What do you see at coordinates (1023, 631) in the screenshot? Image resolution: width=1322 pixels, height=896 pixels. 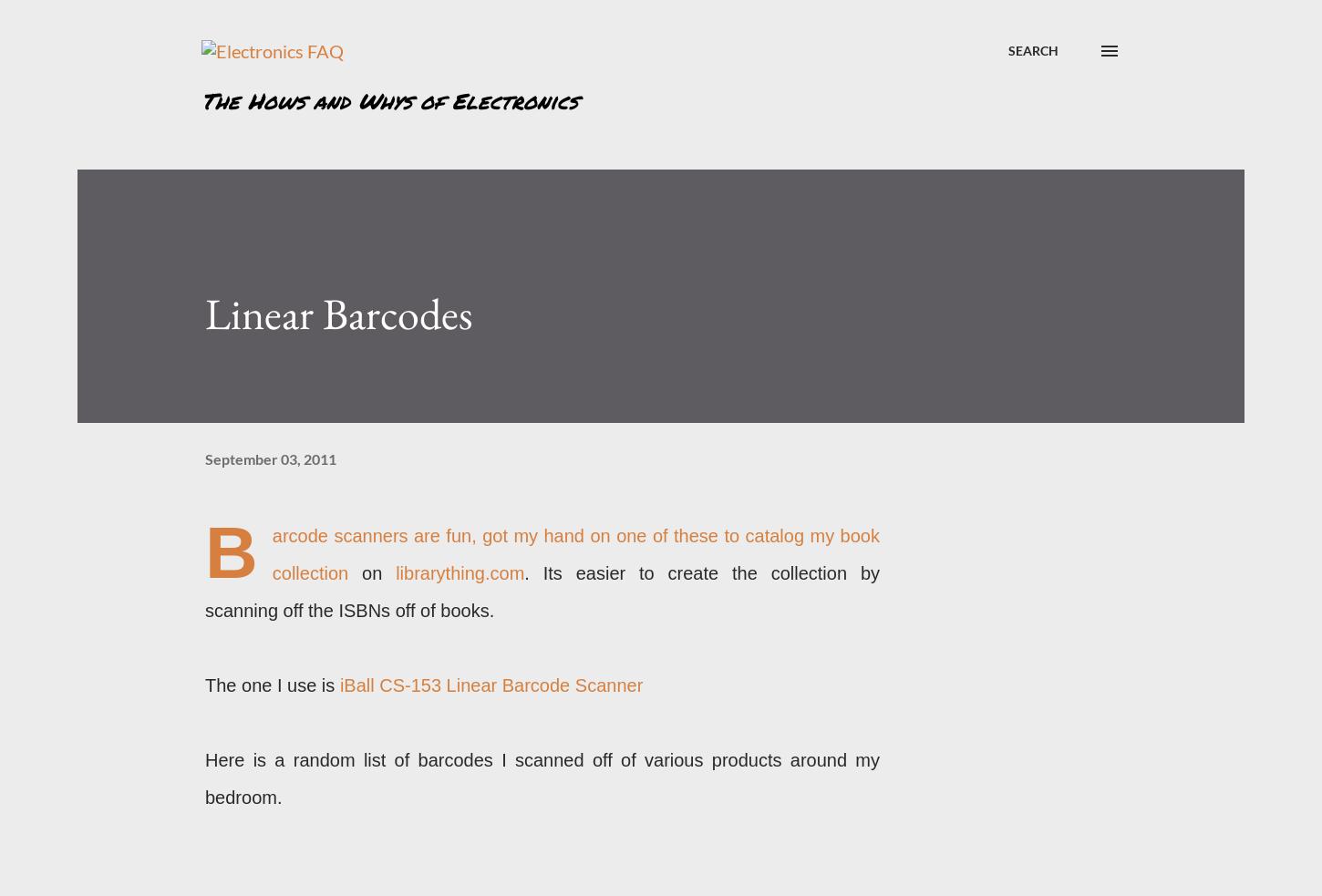 I see `'Under the hood'` at bounding box center [1023, 631].